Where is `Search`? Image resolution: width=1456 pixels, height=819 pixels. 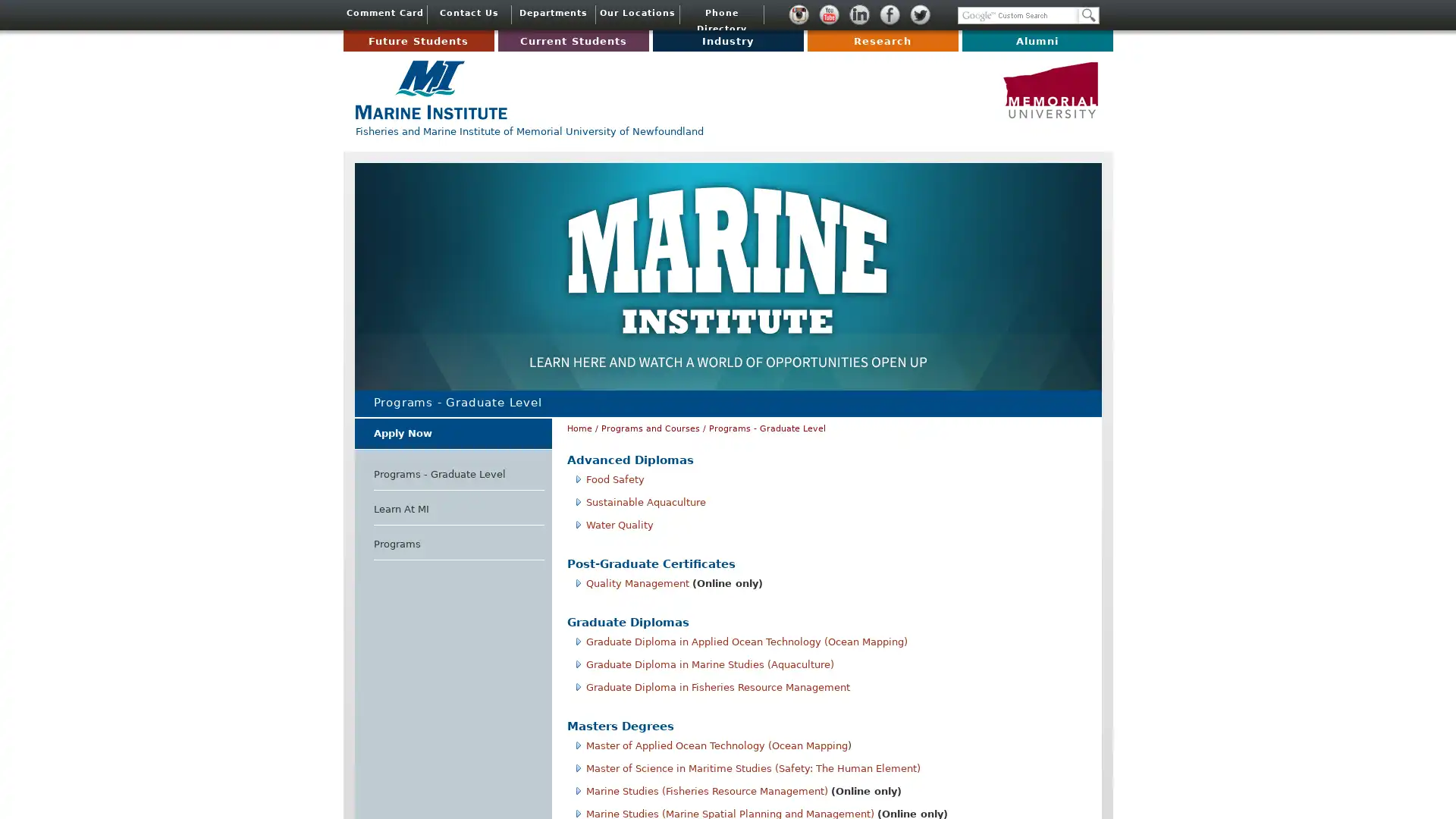 Search is located at coordinates (1087, 15).